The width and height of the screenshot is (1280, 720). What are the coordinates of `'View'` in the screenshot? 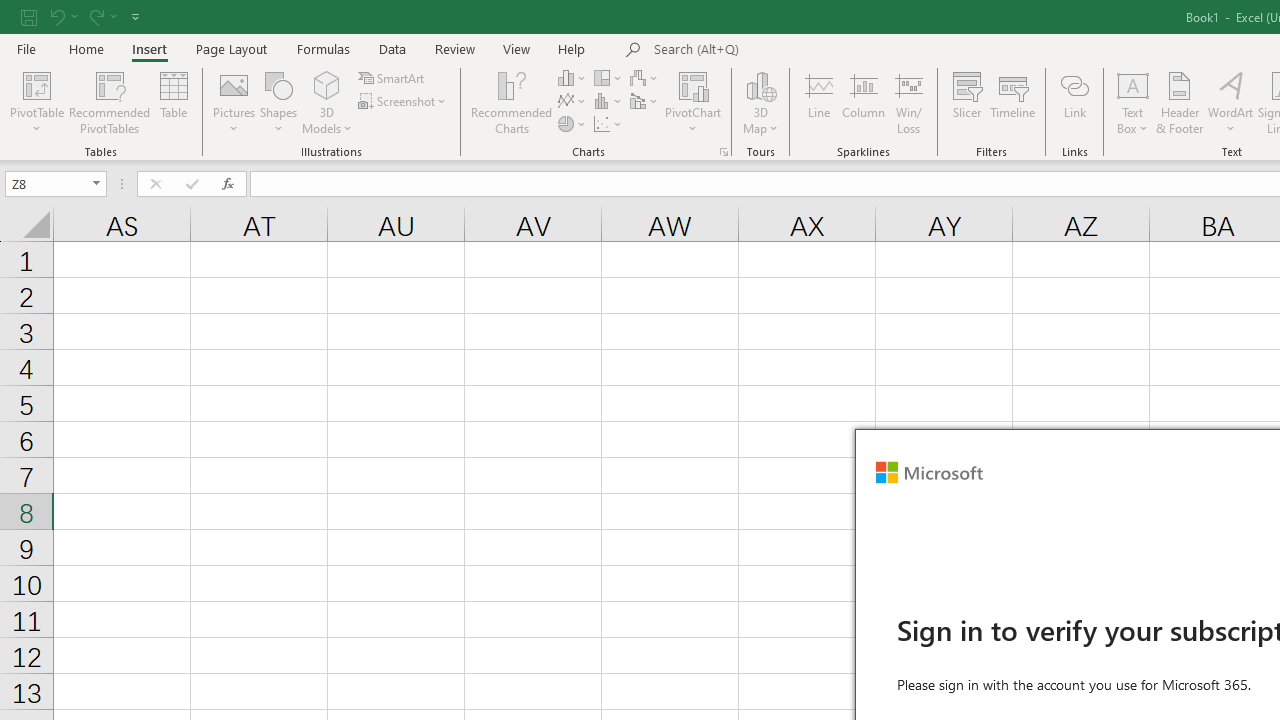 It's located at (517, 48).